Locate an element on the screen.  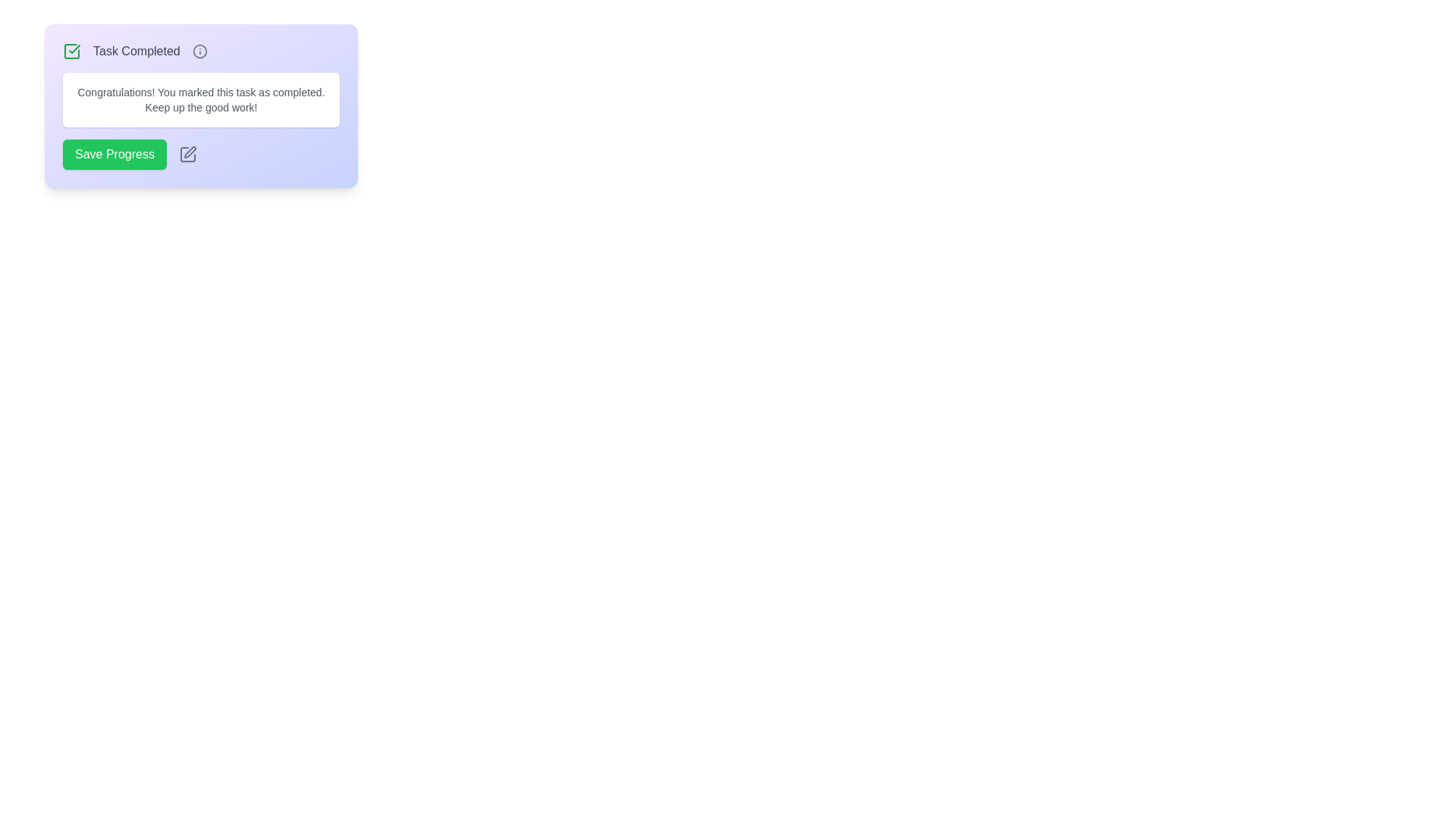
the completion status icon, which features a checkmark design, positioned to the left of the 'Task Completed' text is located at coordinates (71, 51).